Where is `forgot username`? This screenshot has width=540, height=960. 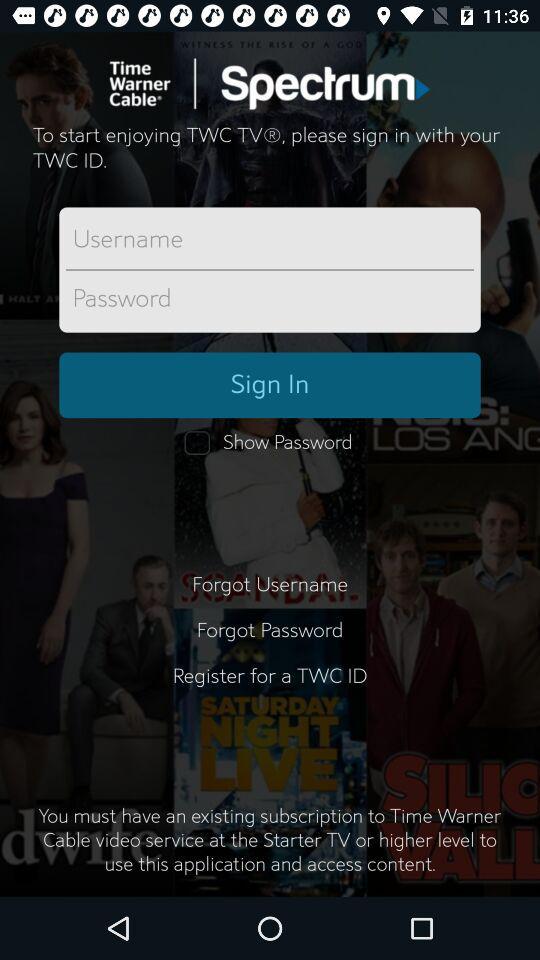
forgot username is located at coordinates (270, 585).